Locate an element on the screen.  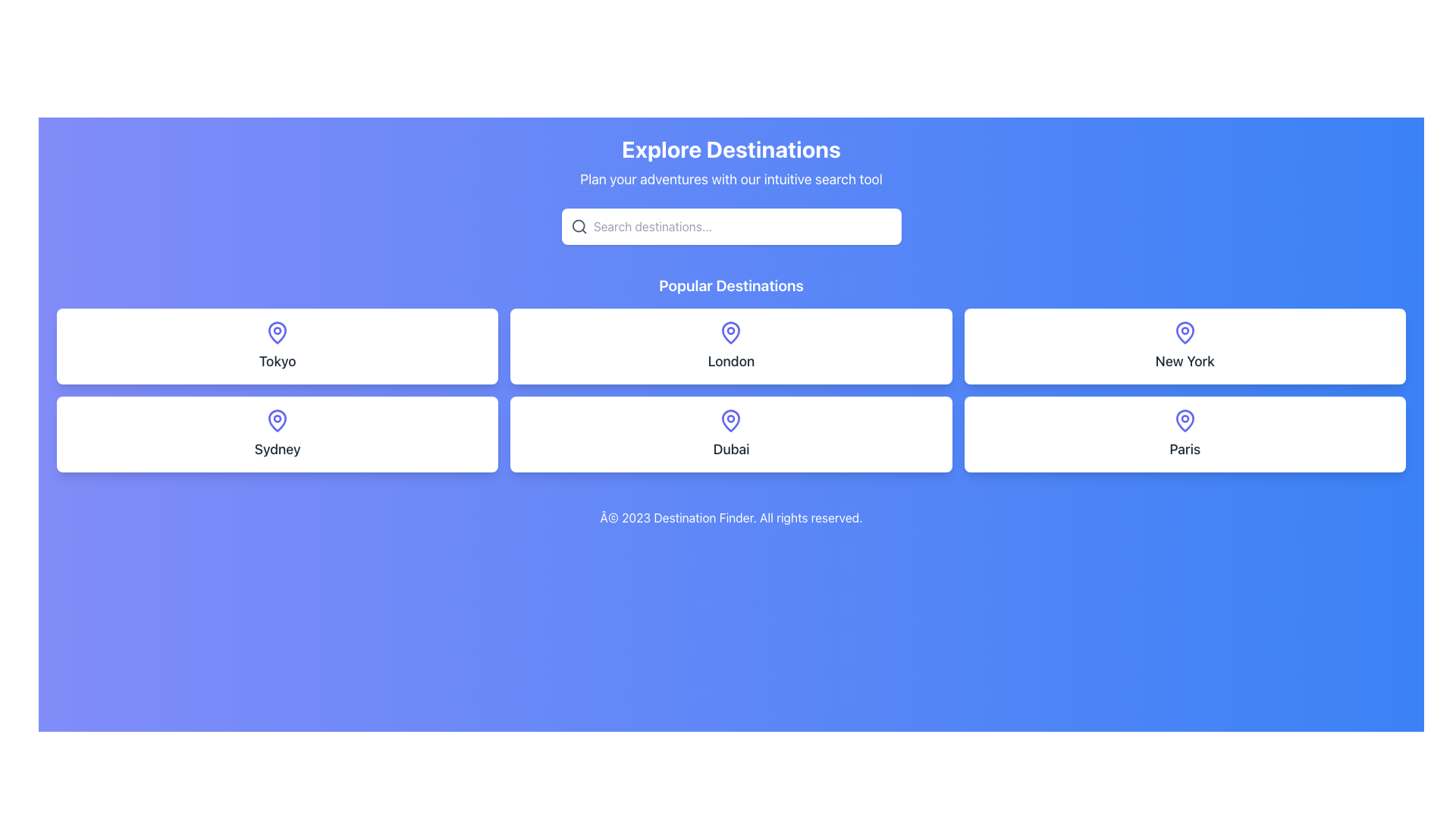
the card displaying information about the city 'London', which is positioned between the 'Tokyo' and 'New York' cards in a grid layout is located at coordinates (731, 346).